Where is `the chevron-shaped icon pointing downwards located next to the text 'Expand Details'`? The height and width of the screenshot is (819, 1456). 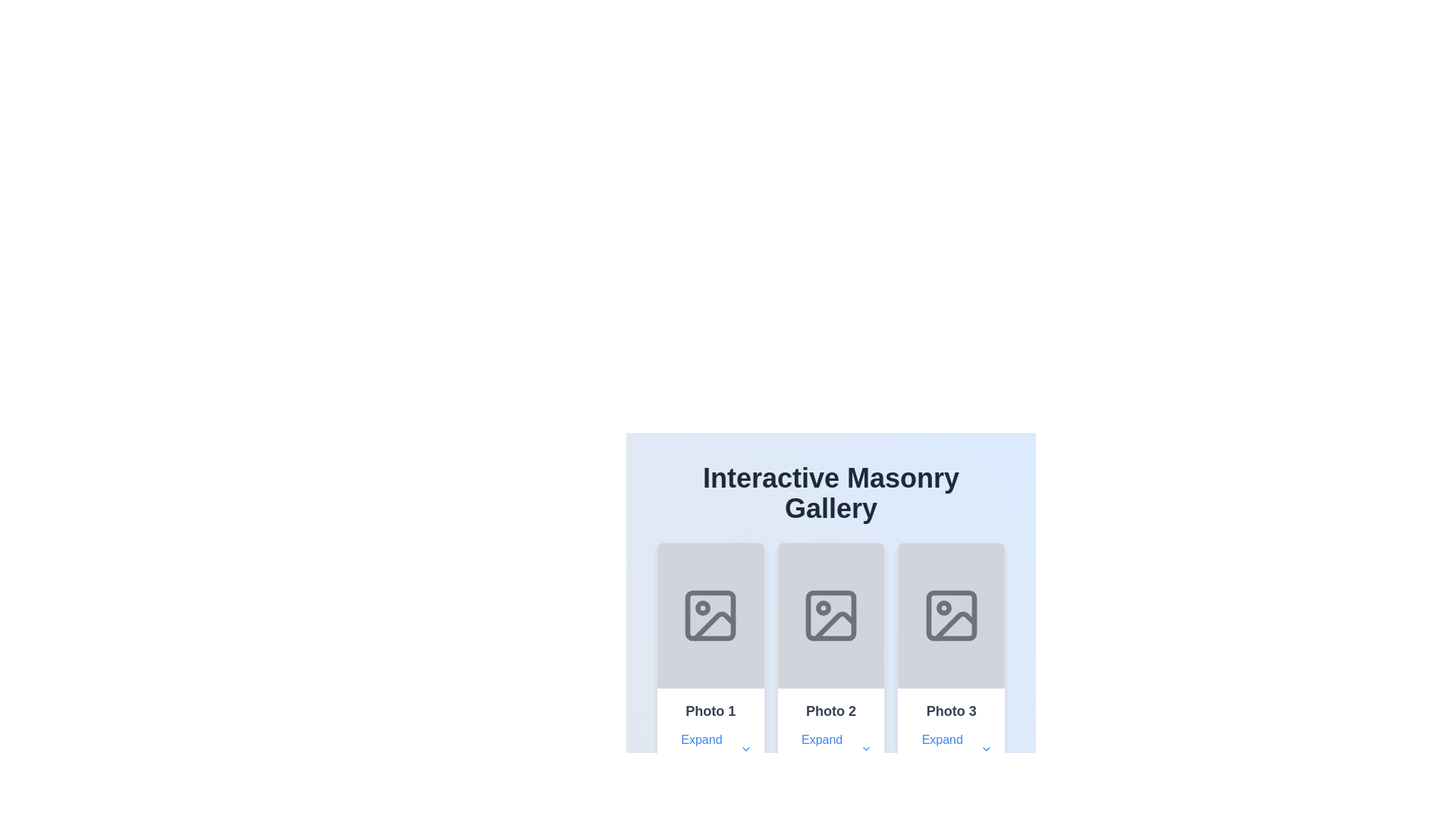 the chevron-shaped icon pointing downwards located next to the text 'Expand Details' is located at coordinates (745, 748).